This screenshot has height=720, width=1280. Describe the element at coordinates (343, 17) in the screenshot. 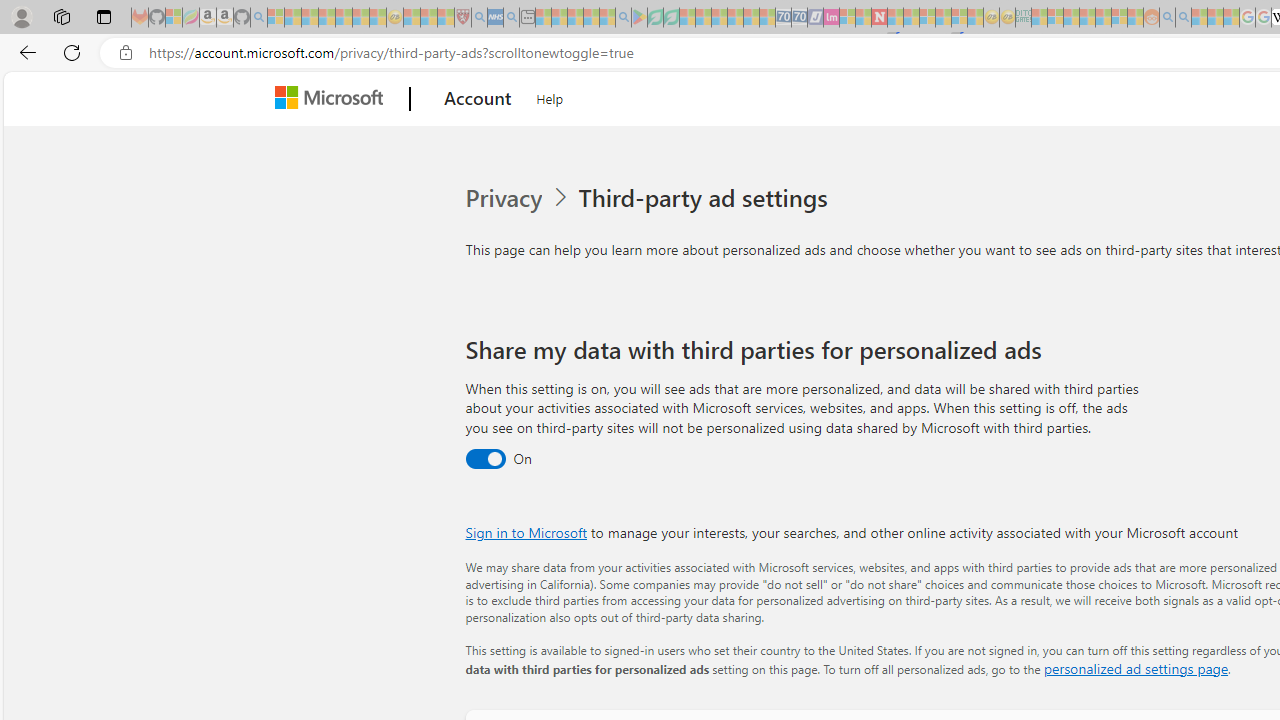

I see `'New Report Confirms 2023 Was Record Hot | Watch - Sleeping'` at that location.